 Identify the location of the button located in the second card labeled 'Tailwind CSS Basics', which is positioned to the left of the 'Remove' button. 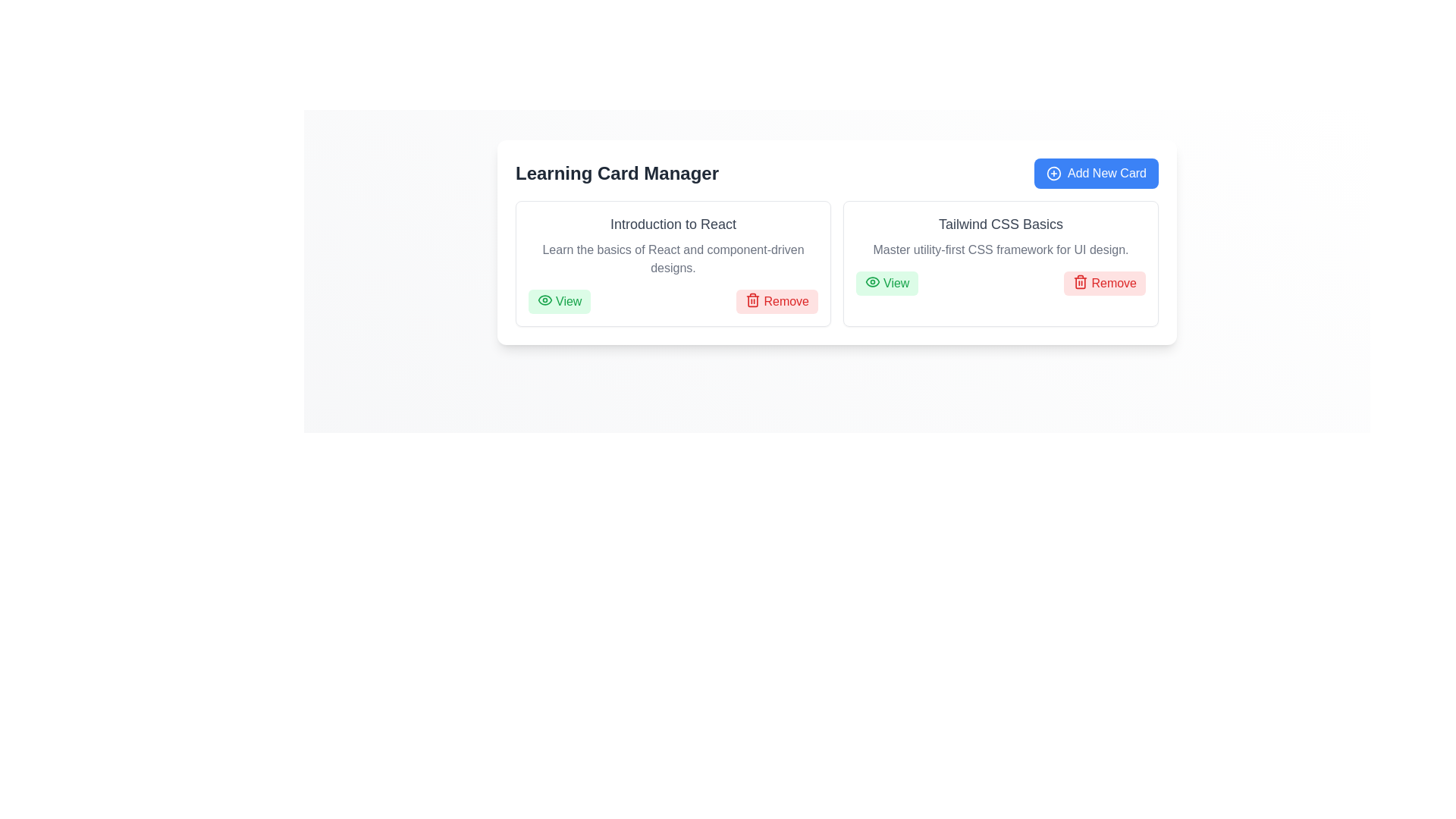
(887, 284).